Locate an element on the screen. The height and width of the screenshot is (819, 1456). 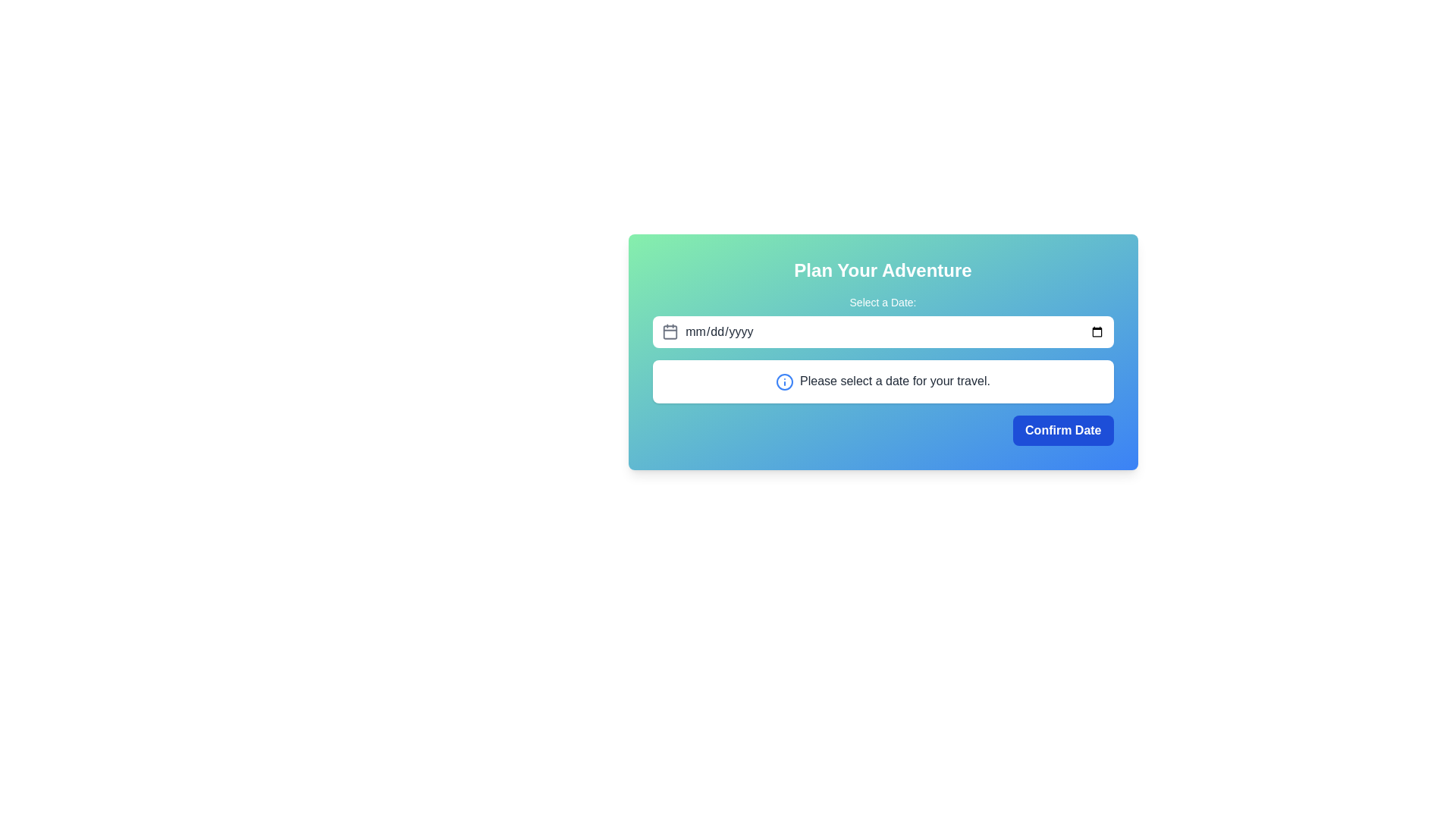
the informational message icon positioned to the left of the text 'Please select a date for your travel.' is located at coordinates (785, 381).